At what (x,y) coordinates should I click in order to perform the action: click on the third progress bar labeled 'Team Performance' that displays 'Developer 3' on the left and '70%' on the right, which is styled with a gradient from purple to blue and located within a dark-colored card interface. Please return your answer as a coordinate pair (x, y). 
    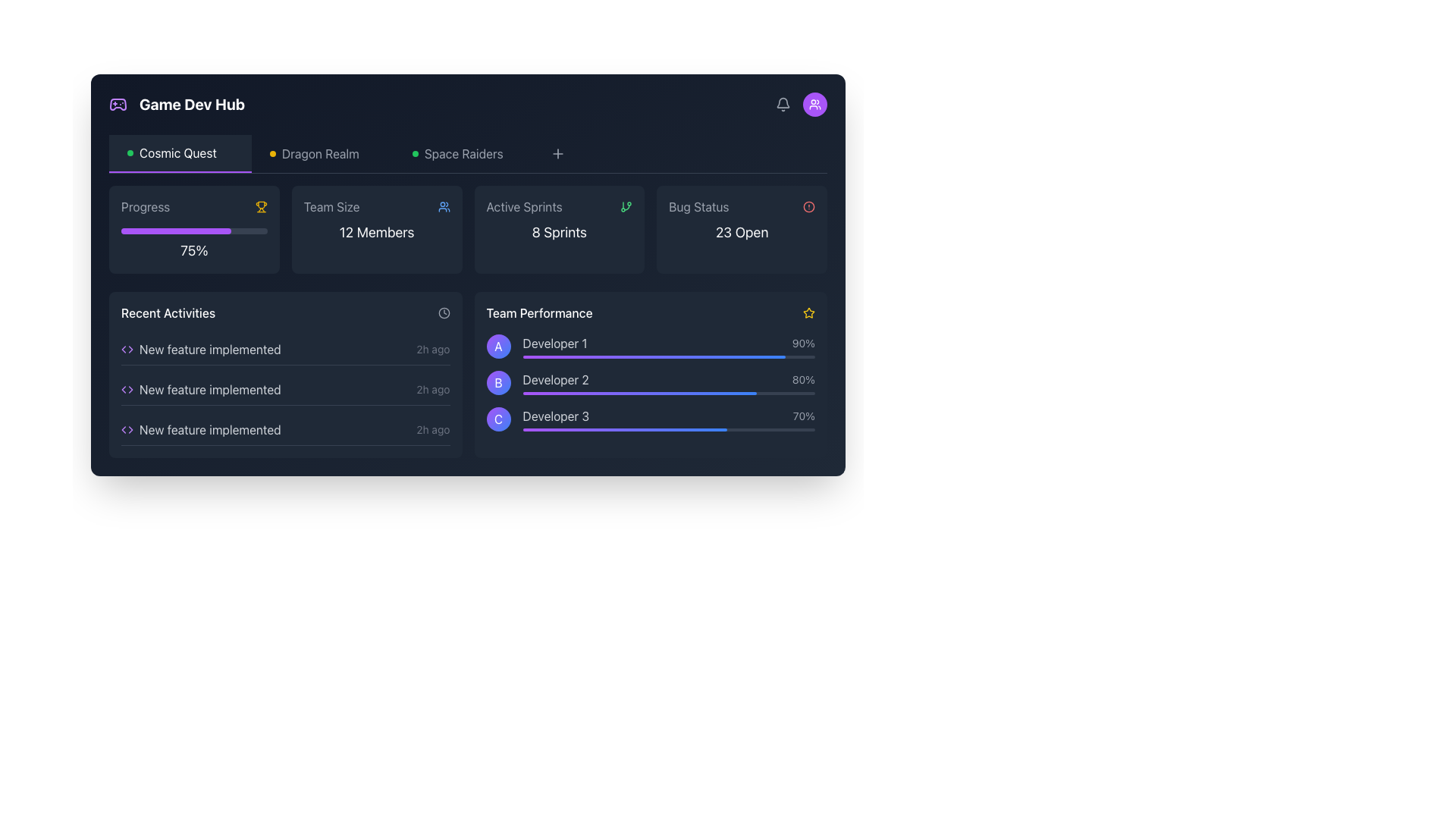
    Looking at the image, I should click on (668, 419).